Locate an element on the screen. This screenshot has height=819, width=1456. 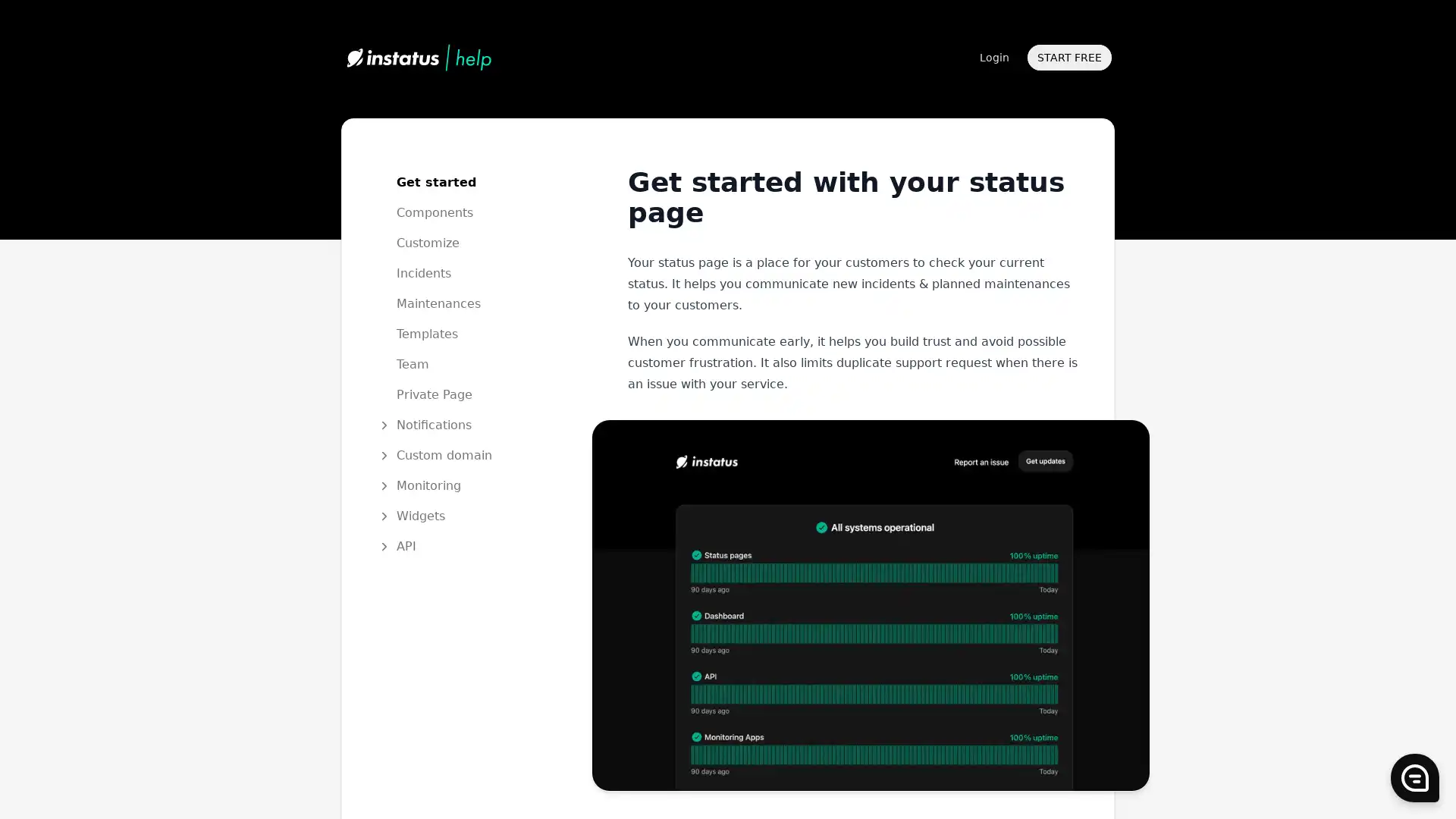
0 Launch Front Chat is located at coordinates (1414, 778).